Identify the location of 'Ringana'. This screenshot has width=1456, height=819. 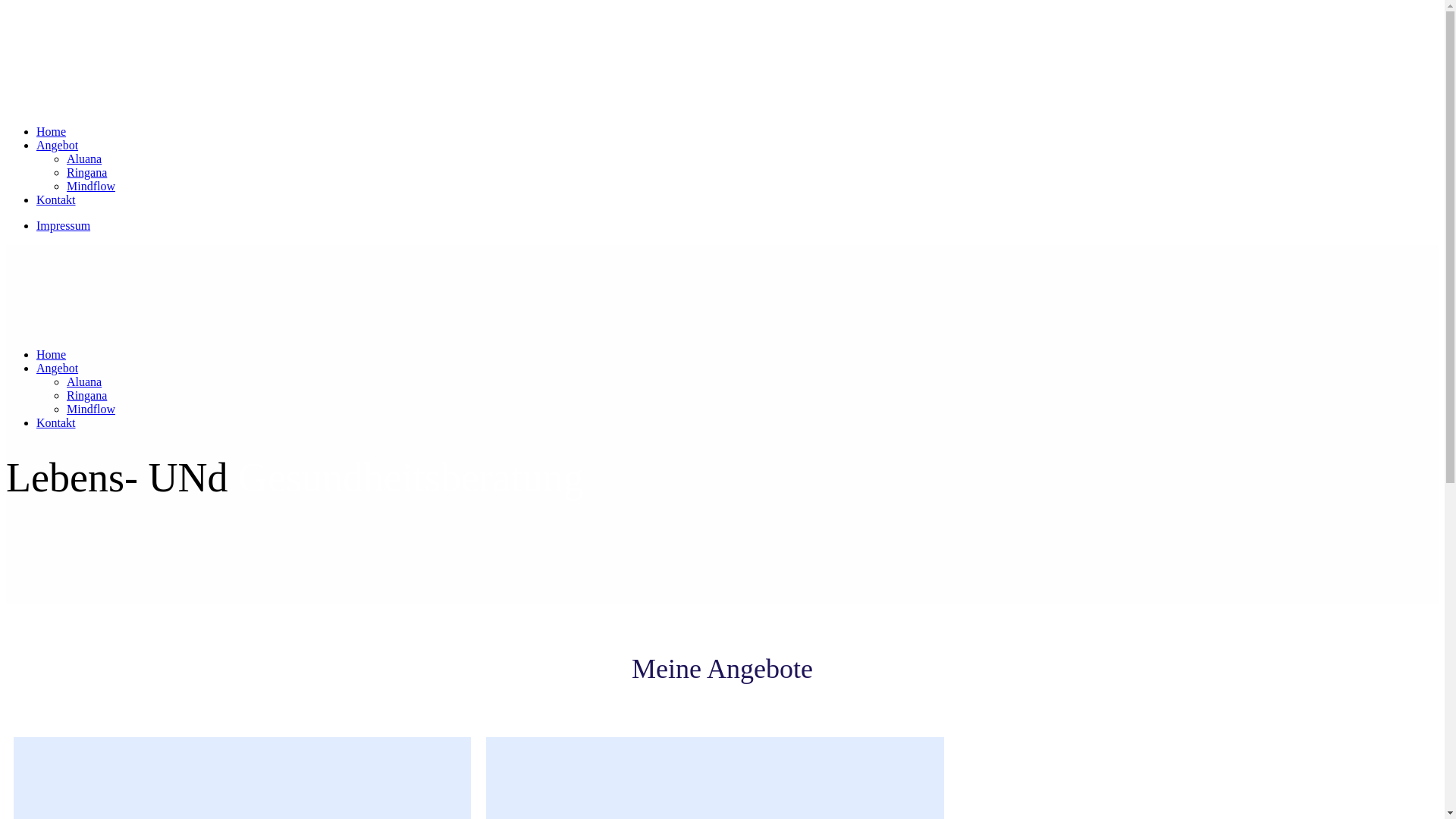
(86, 394).